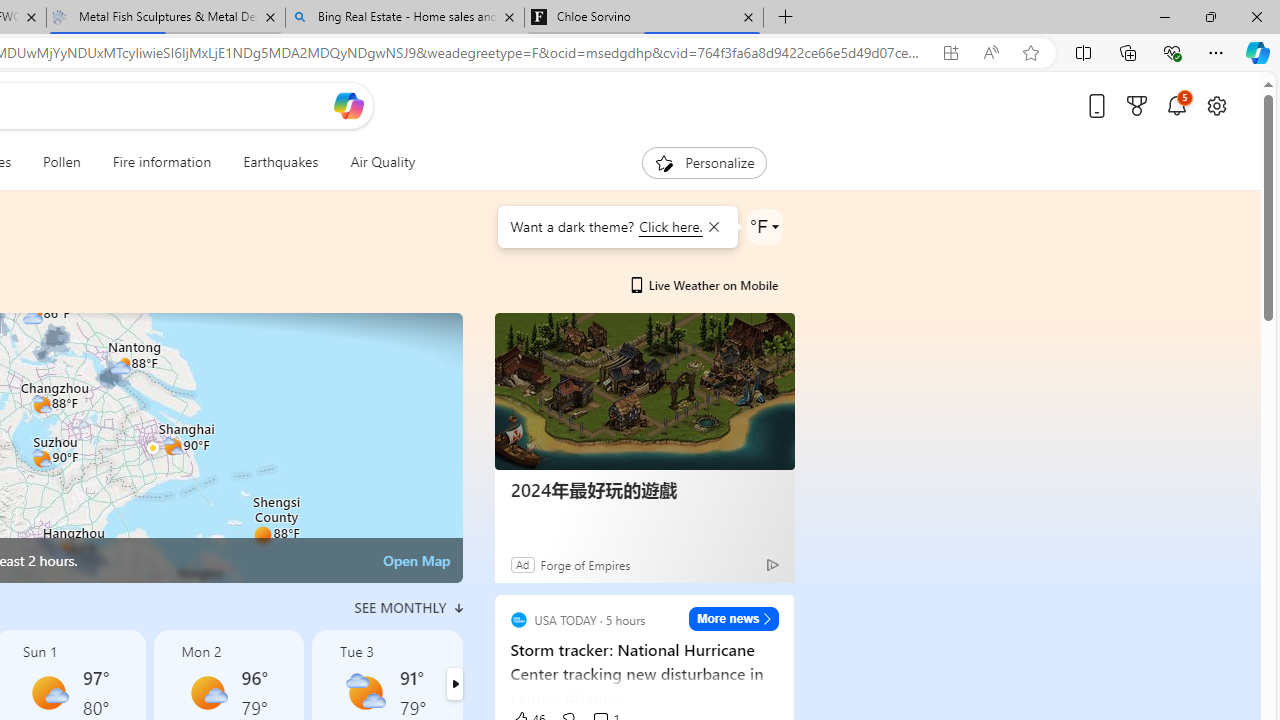 Image resolution: width=1280 pixels, height=720 pixels. What do you see at coordinates (415, 560) in the screenshot?
I see `'Open Map'` at bounding box center [415, 560].